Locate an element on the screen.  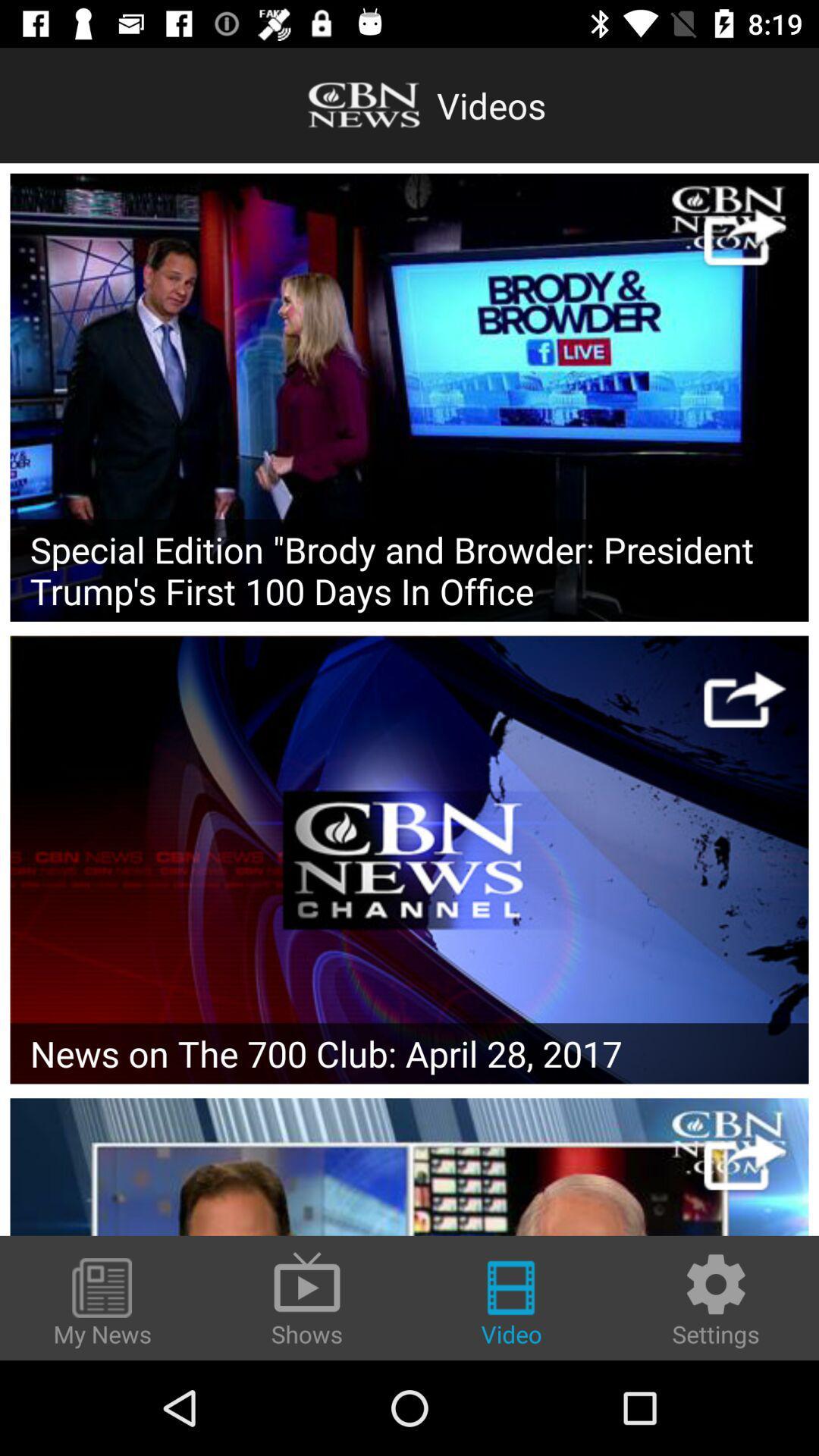
the my news is located at coordinates (102, 1303).